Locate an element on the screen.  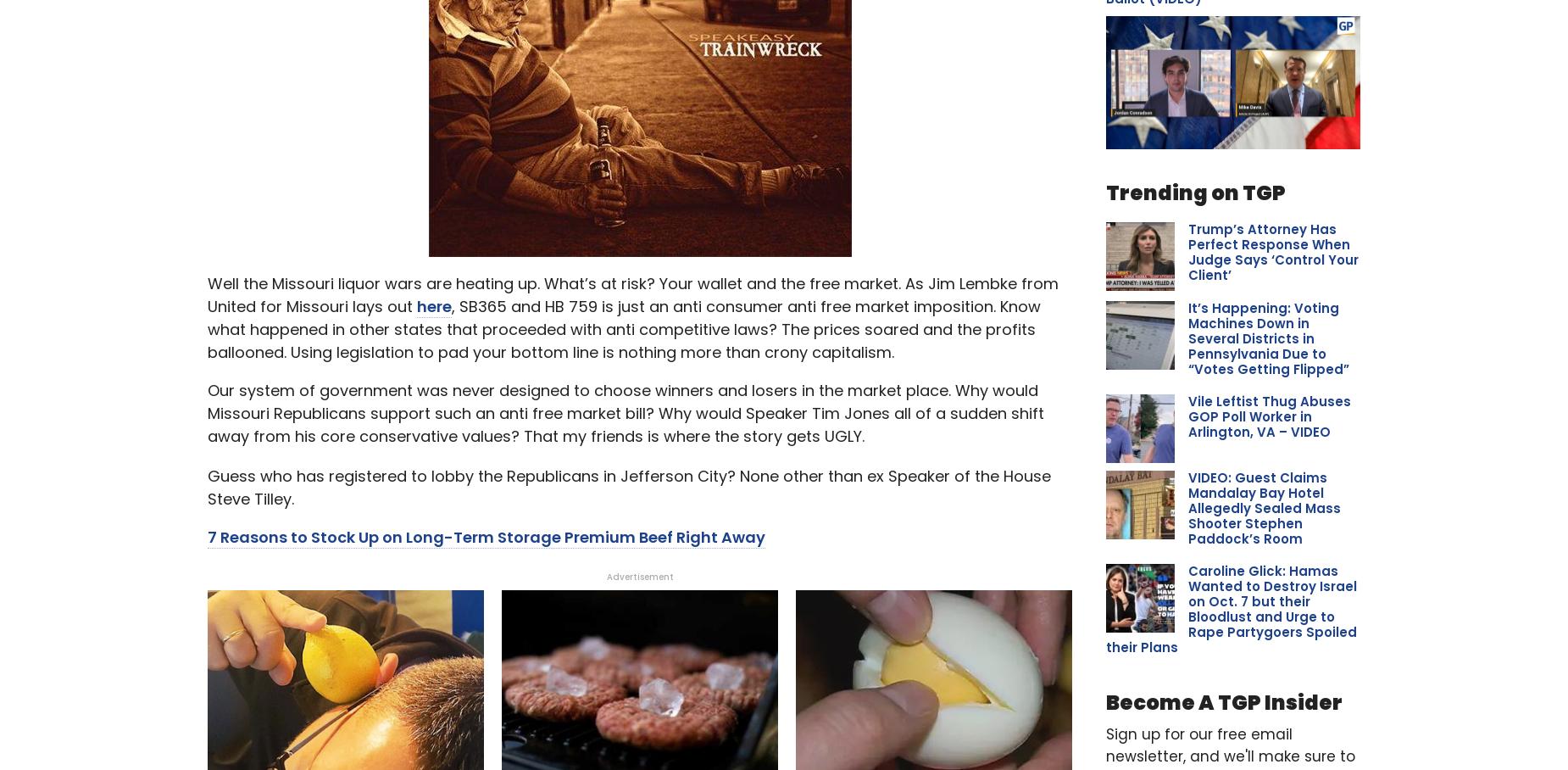
'Jim Hoft is the founder and editor of The Gateway Pundit, one of the top conservative news outlets in America. Jim was awarded the Reed Irvine Accuracy in Media Award in 2013 and is the proud recipient of the Breitbart Award for Excellence in Online Journalism from the Americans for Prosperity Foundation in May 2016. In 2023, The Gateway Pundit received the Most Trusted Print Media Award at the American Liberty Awards.' is located at coordinates (631, 92).